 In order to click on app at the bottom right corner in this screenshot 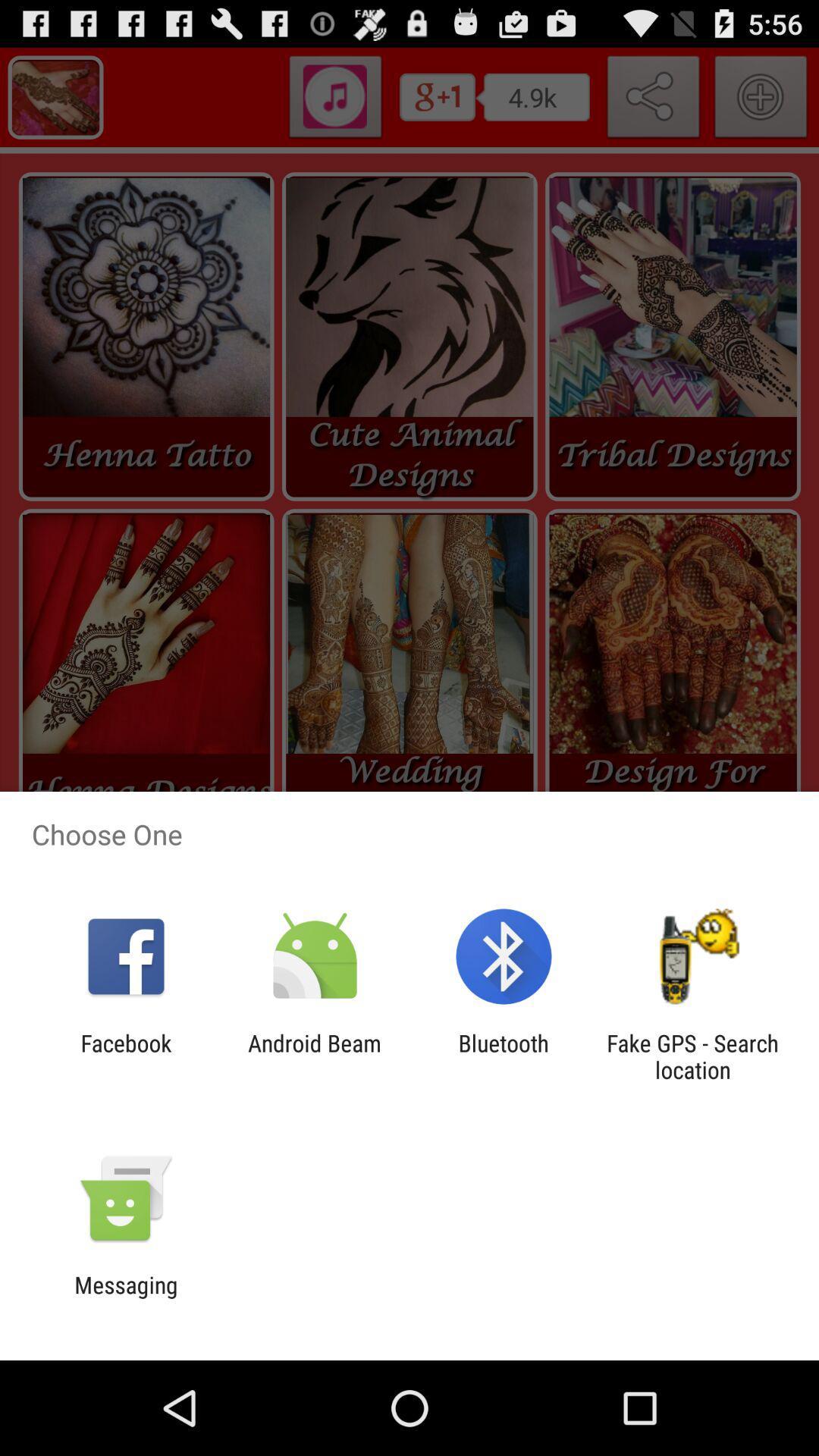, I will do `click(692, 1056)`.